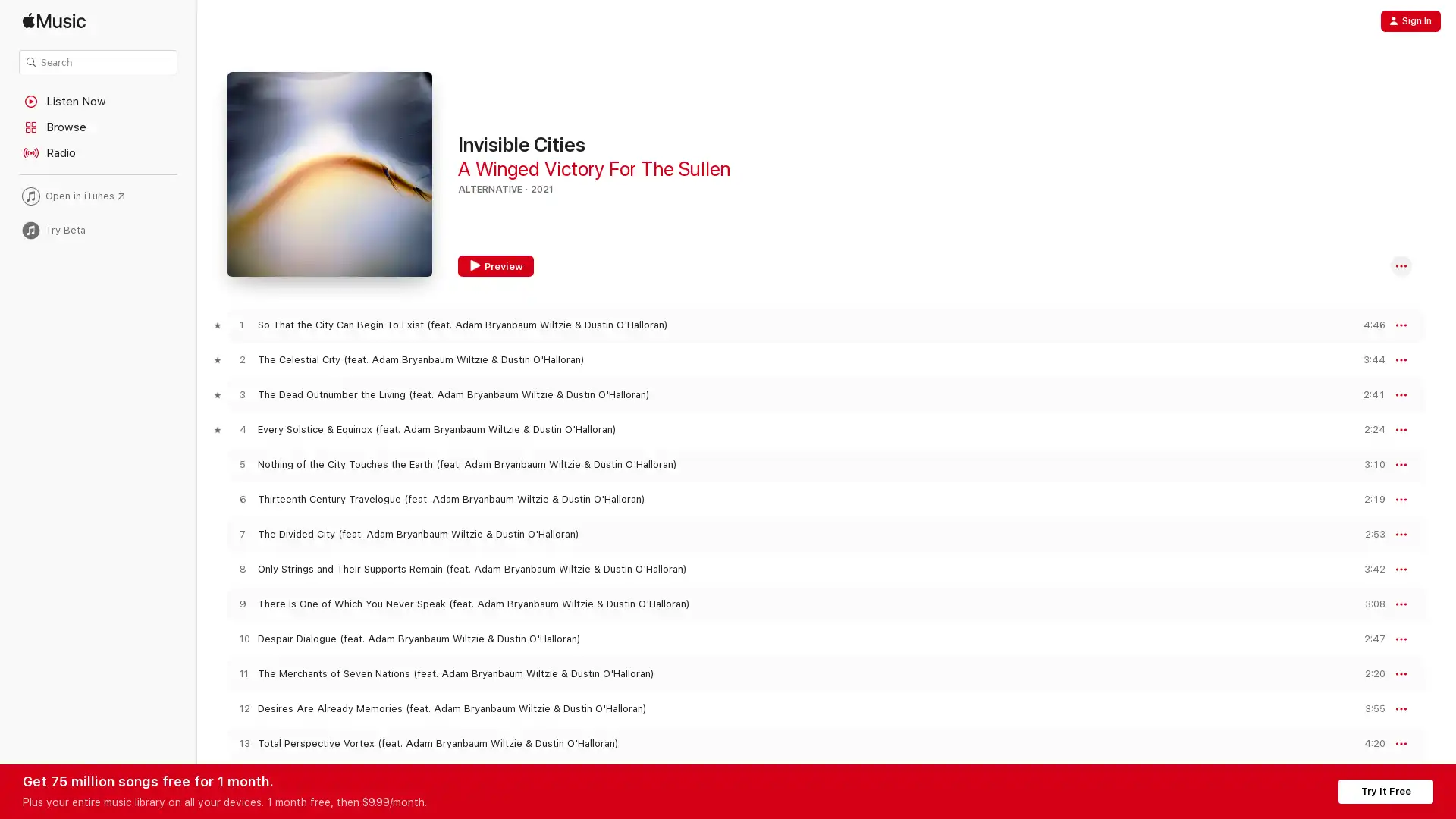 This screenshot has height=819, width=1456. I want to click on Try It Free, so click(1385, 789).